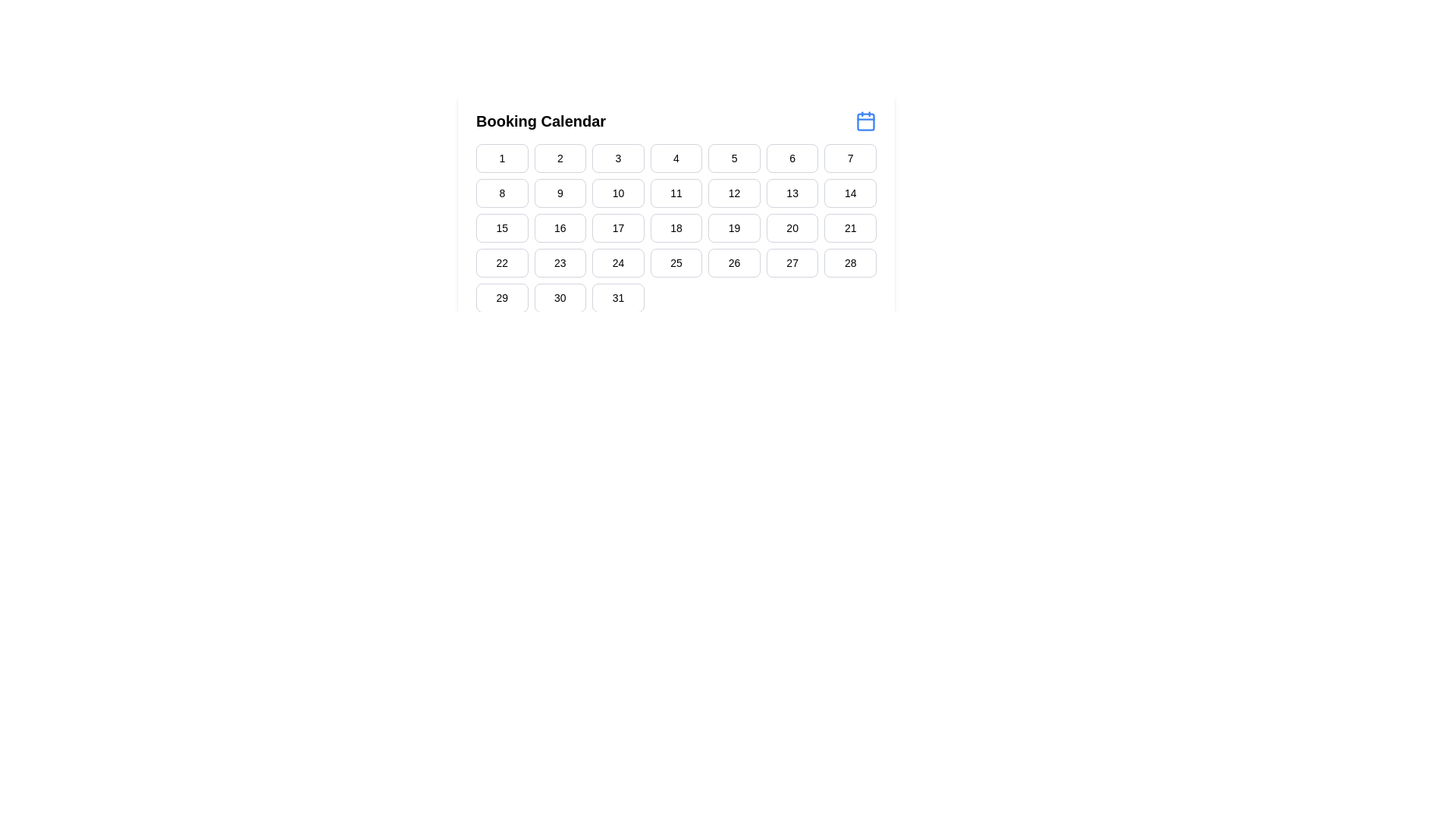 This screenshot has width=1456, height=819. What do you see at coordinates (559, 158) in the screenshot?
I see `the button with a black numeral '2' centered inside, which is the second item in the first row of a 7-column grid layout` at bounding box center [559, 158].